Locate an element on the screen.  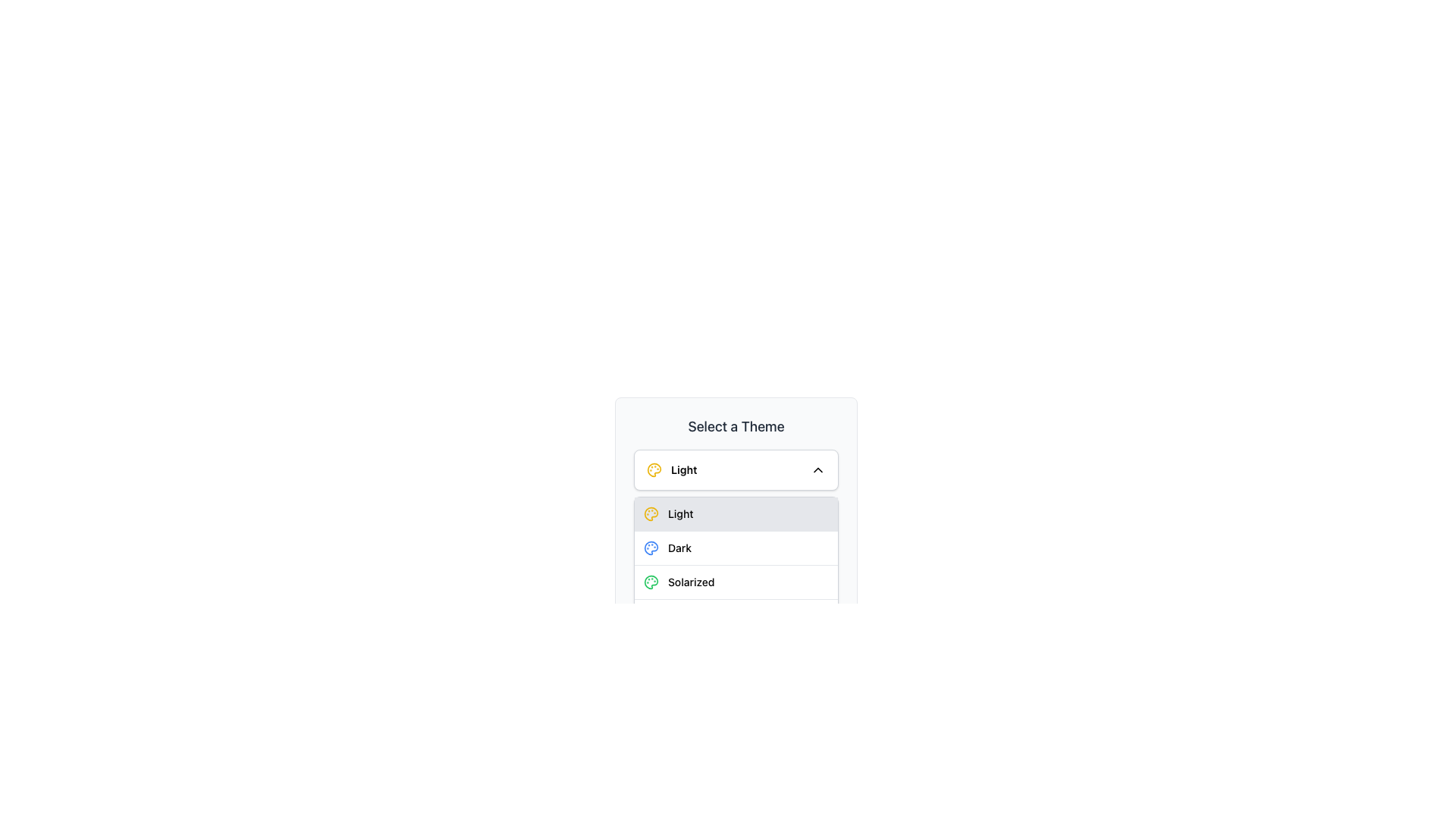
the 'Solarized' theme option in the dropdown menu is located at coordinates (690, 581).